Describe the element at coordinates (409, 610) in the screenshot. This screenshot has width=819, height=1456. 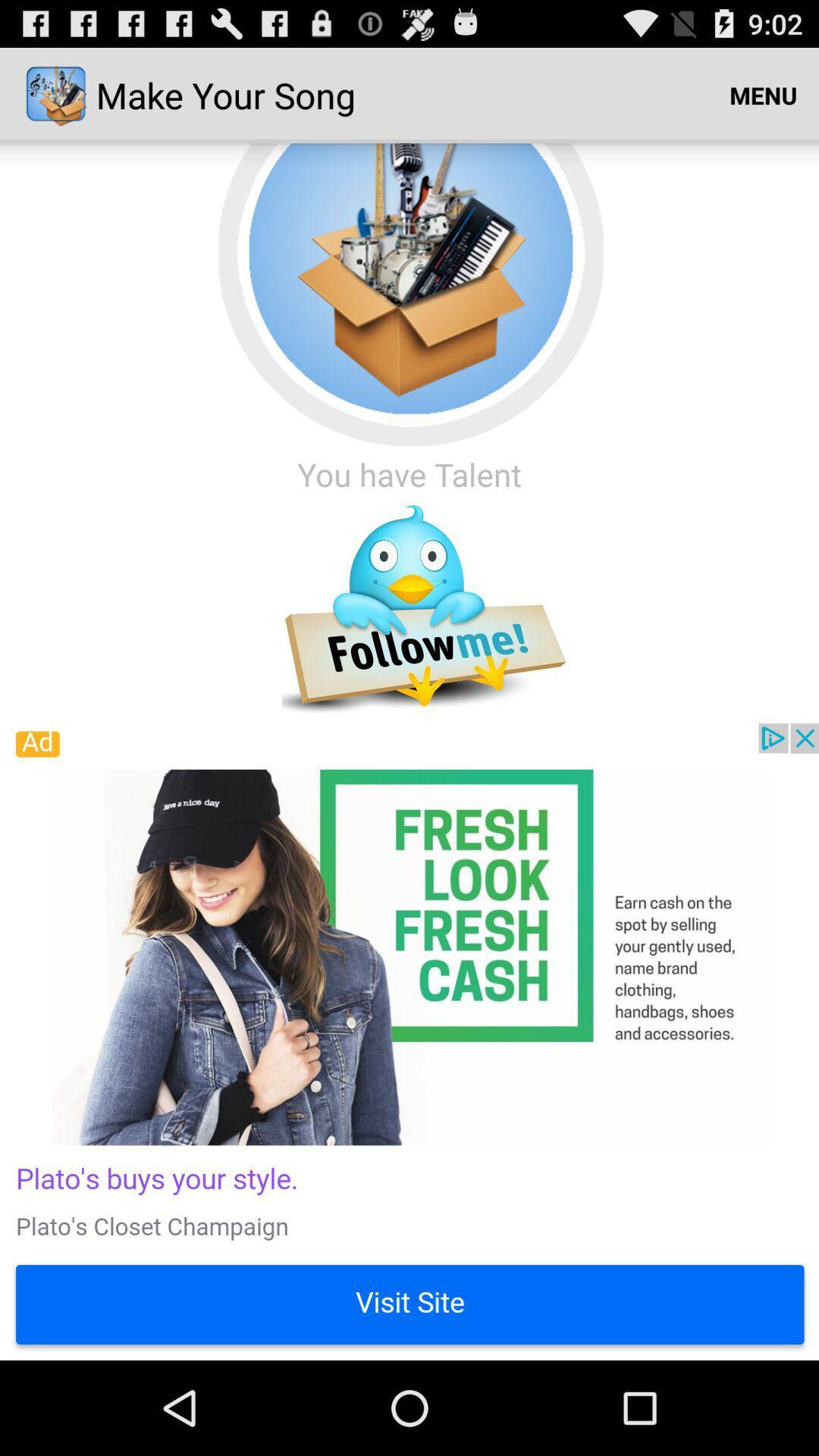
I see `follow` at that location.